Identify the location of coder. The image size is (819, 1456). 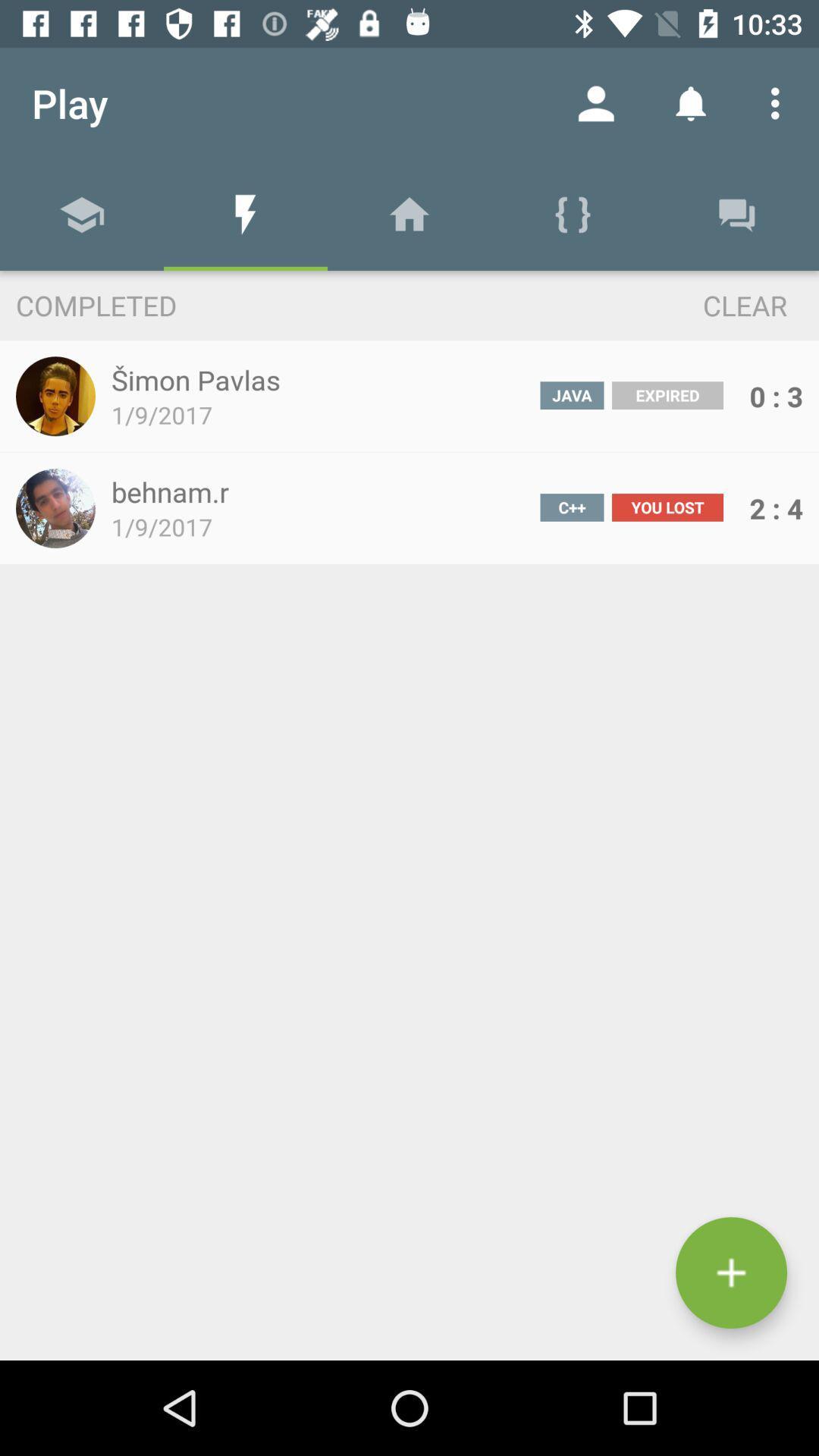
(730, 1272).